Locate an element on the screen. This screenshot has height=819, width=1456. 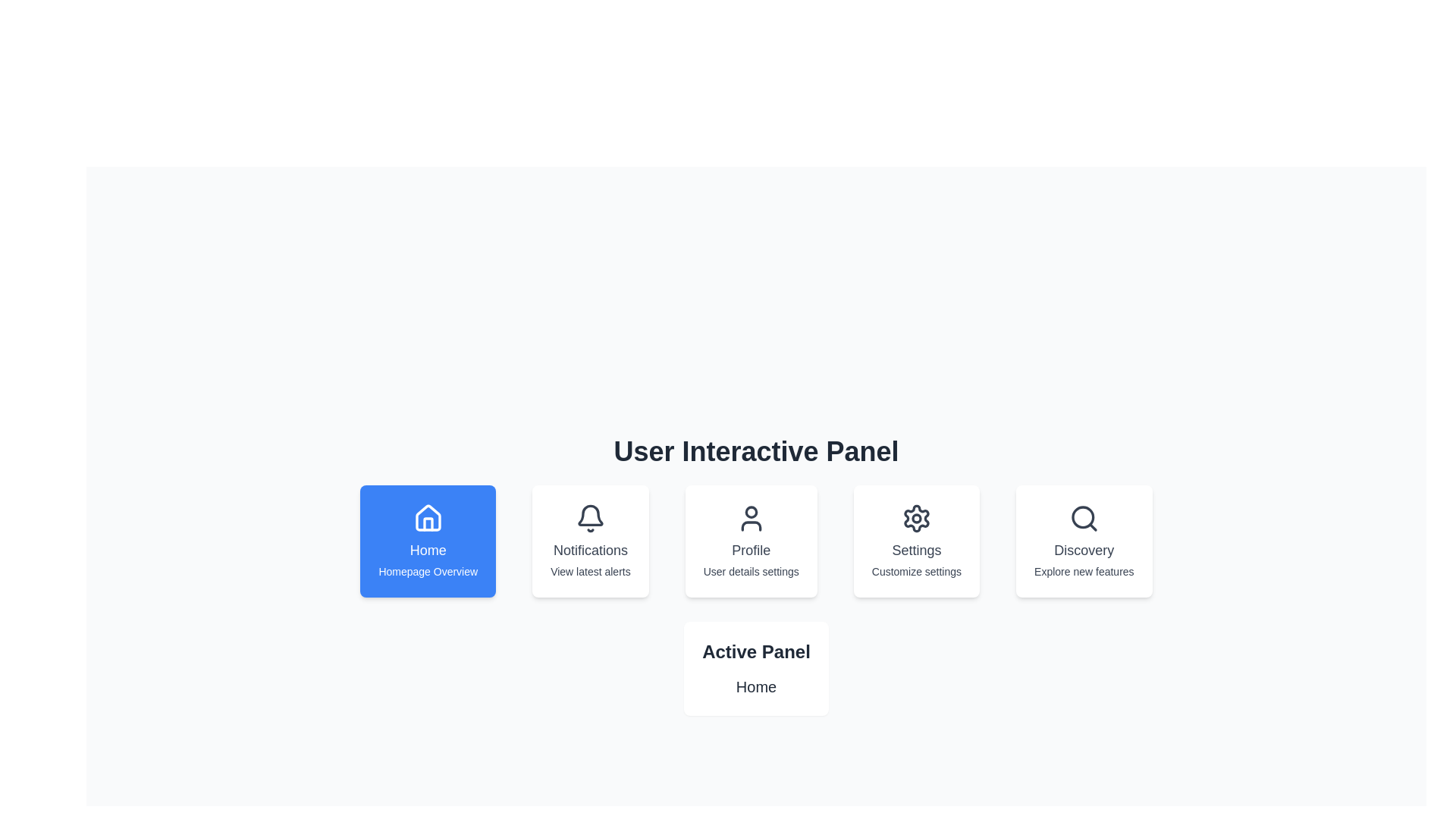
the notifications icon located is located at coordinates (589, 514).